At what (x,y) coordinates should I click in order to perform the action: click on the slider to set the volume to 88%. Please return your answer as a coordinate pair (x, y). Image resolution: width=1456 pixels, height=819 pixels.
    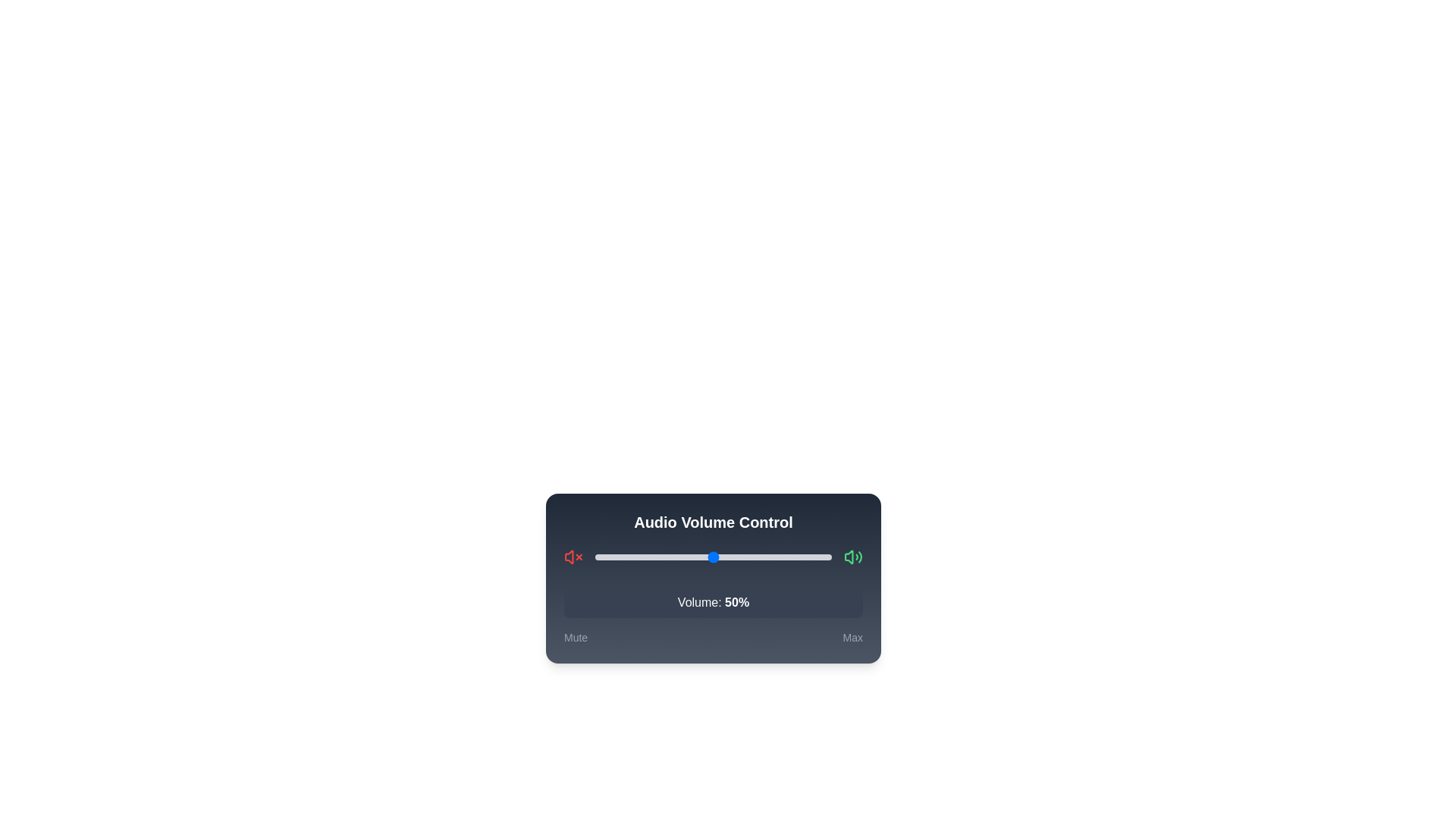
    Looking at the image, I should click on (802, 557).